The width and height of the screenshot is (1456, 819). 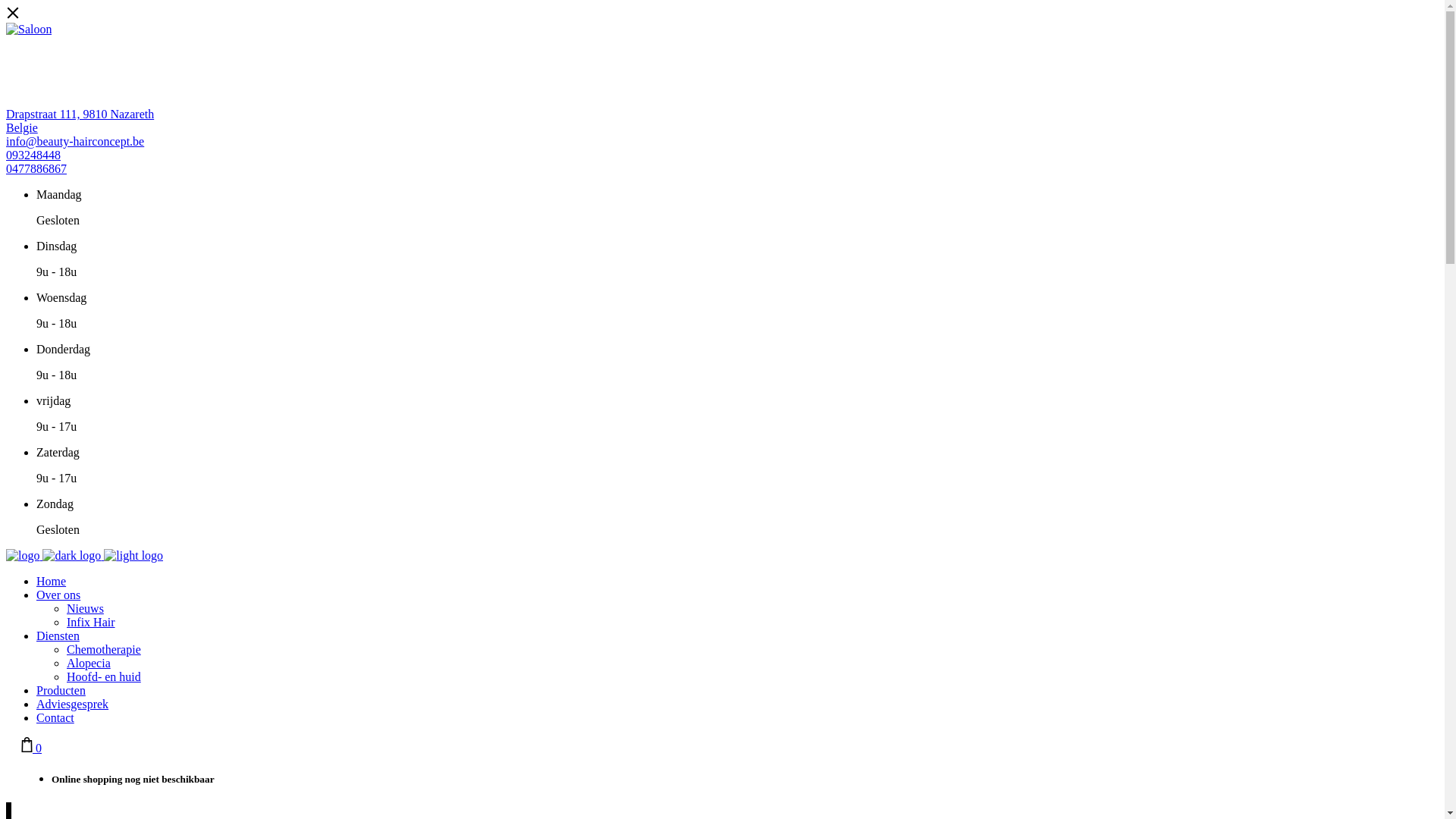 What do you see at coordinates (58, 635) in the screenshot?
I see `'Diensten'` at bounding box center [58, 635].